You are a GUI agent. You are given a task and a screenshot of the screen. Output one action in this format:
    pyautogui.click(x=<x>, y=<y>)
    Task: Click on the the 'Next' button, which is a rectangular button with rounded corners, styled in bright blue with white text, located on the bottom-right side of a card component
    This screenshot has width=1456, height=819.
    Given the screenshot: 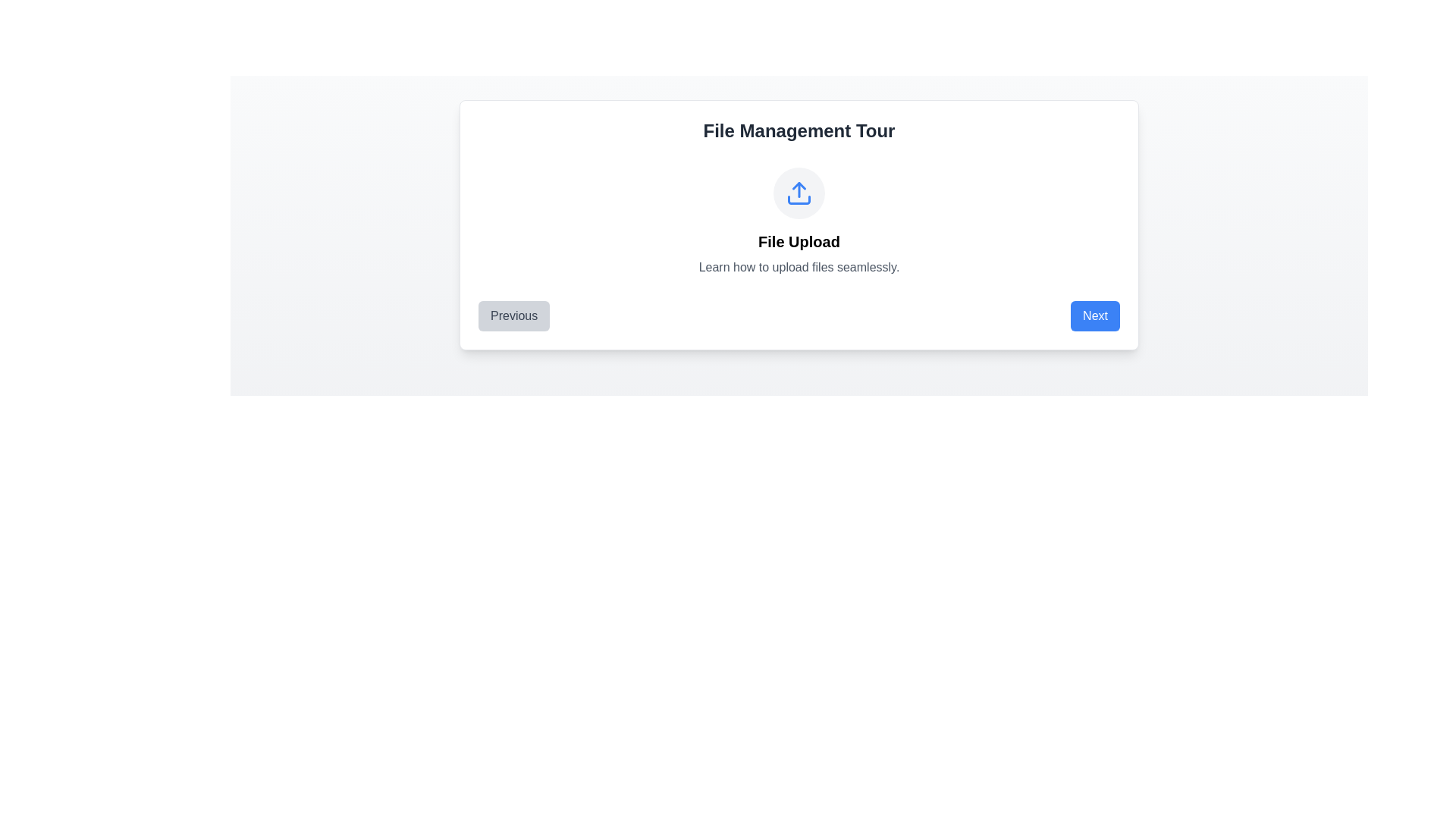 What is the action you would take?
    pyautogui.click(x=1095, y=315)
    